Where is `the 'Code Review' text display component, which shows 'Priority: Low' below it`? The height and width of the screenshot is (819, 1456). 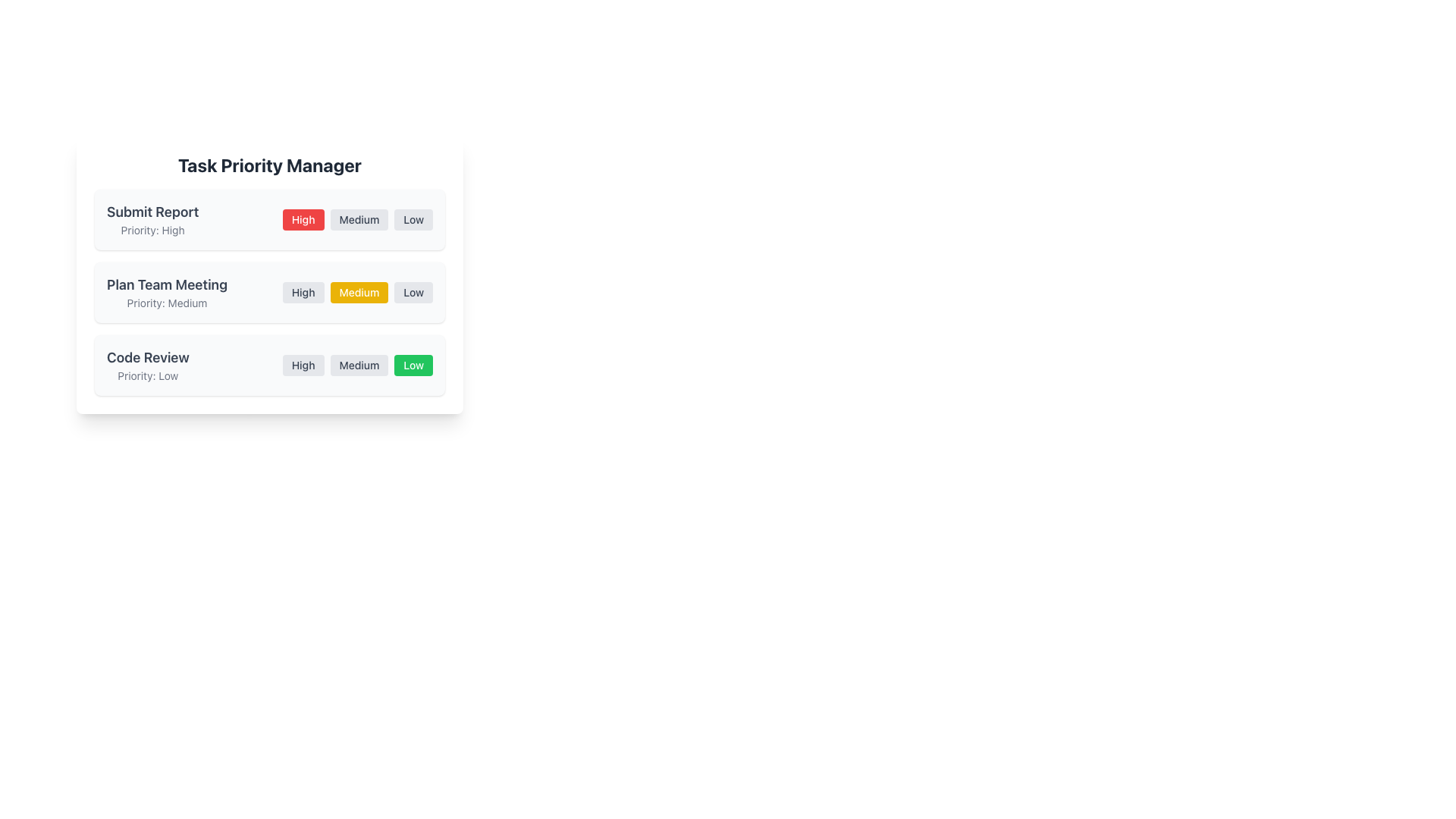
the 'Code Review' text display component, which shows 'Priority: Low' below it is located at coordinates (148, 366).